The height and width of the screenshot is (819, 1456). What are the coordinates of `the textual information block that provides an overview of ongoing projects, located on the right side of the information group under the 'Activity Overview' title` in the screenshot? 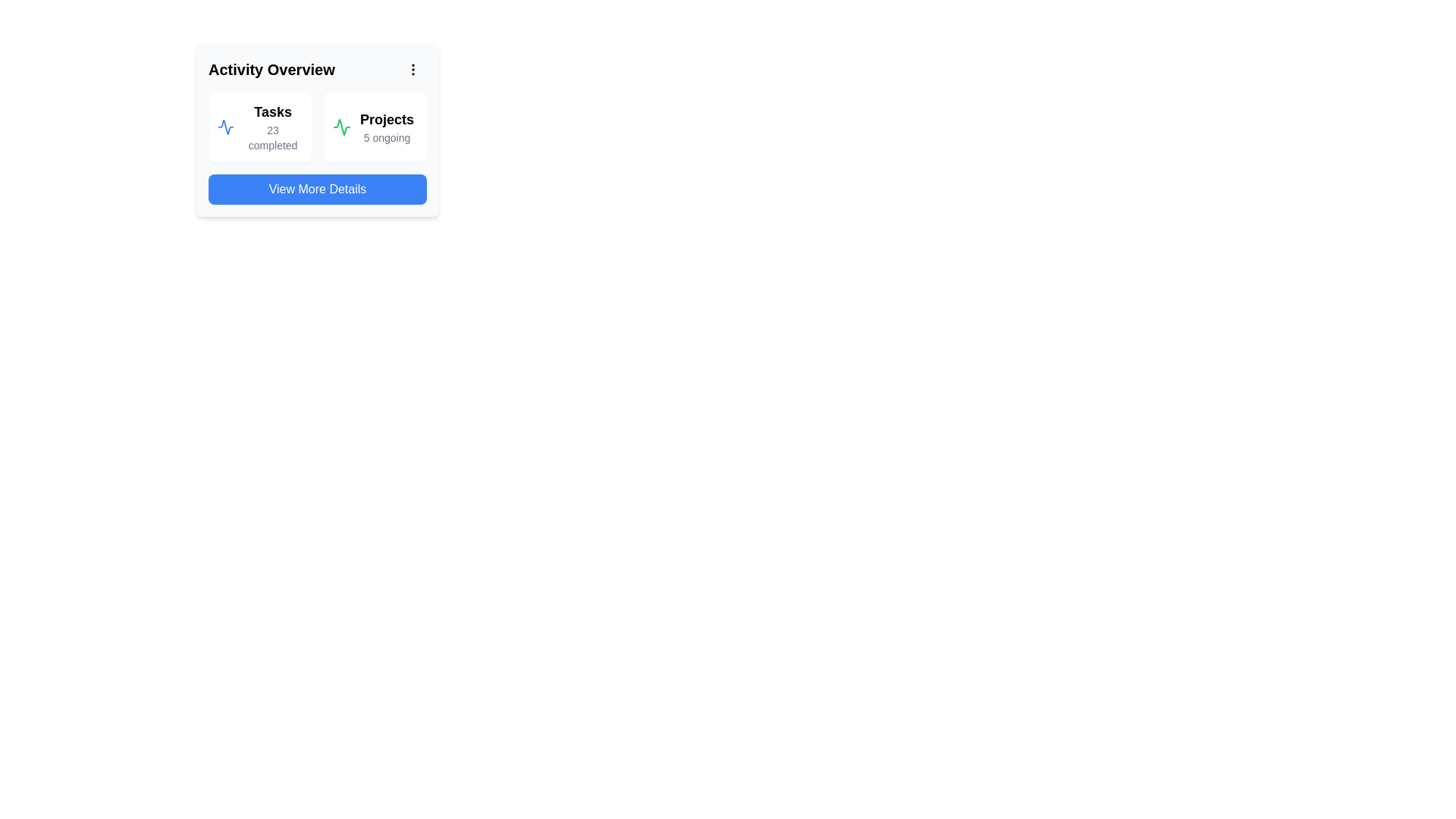 It's located at (387, 127).